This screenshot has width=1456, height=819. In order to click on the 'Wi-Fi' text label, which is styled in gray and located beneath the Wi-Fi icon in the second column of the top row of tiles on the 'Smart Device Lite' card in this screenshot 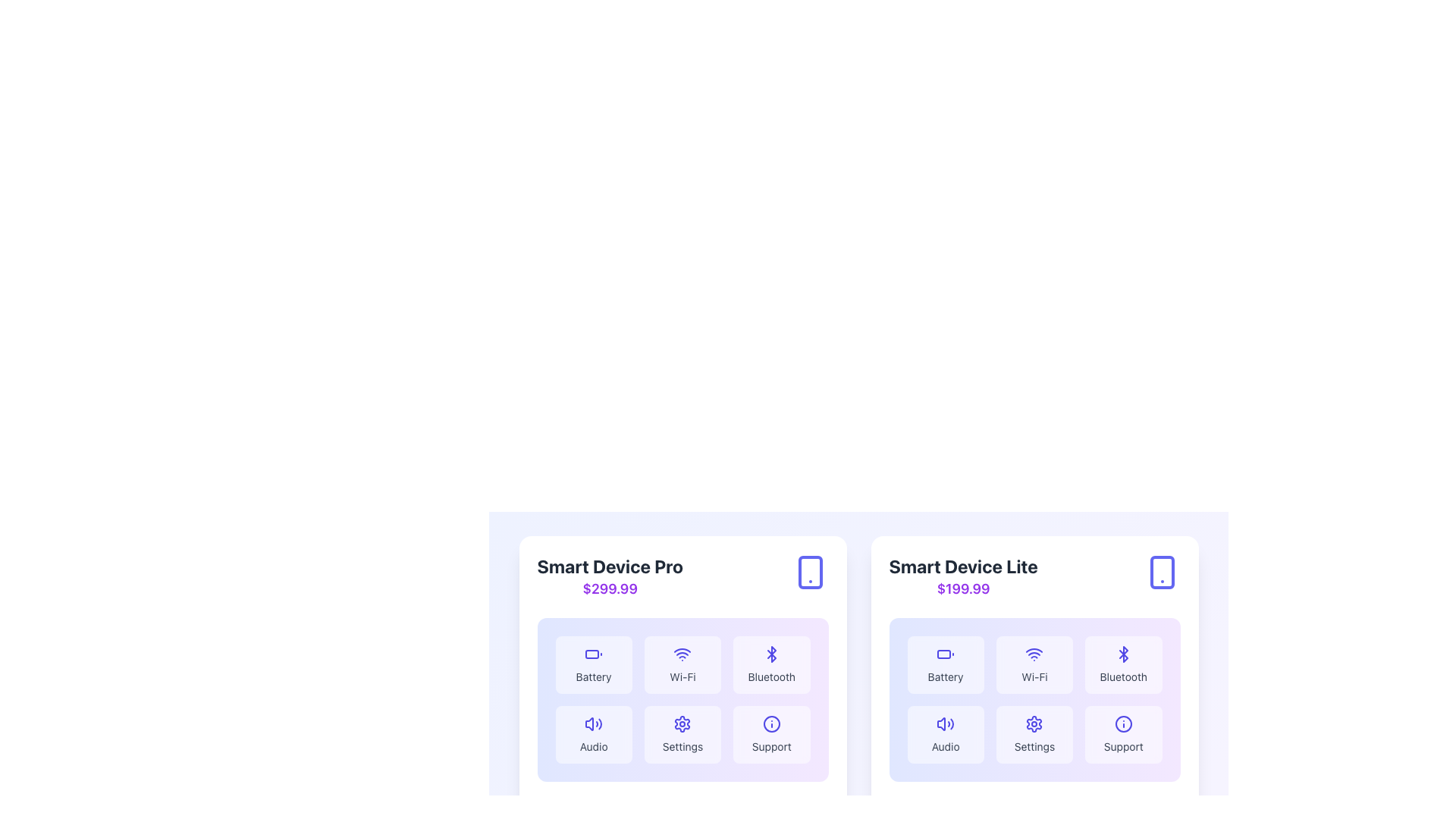, I will do `click(1034, 676)`.